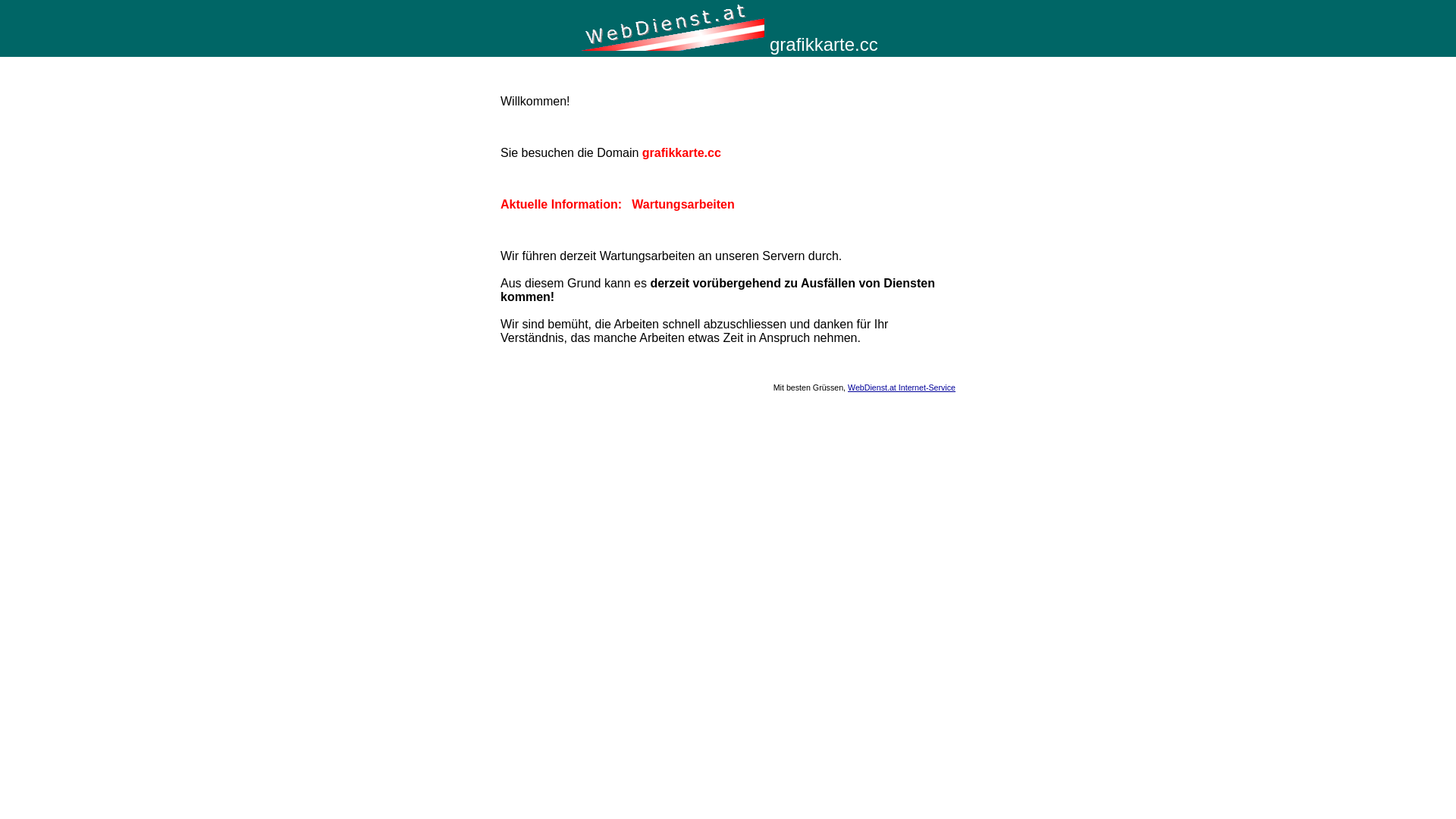 The width and height of the screenshot is (1456, 819). Describe the element at coordinates (902, 386) in the screenshot. I see `'WebDienst.at Internet-Service'` at that location.